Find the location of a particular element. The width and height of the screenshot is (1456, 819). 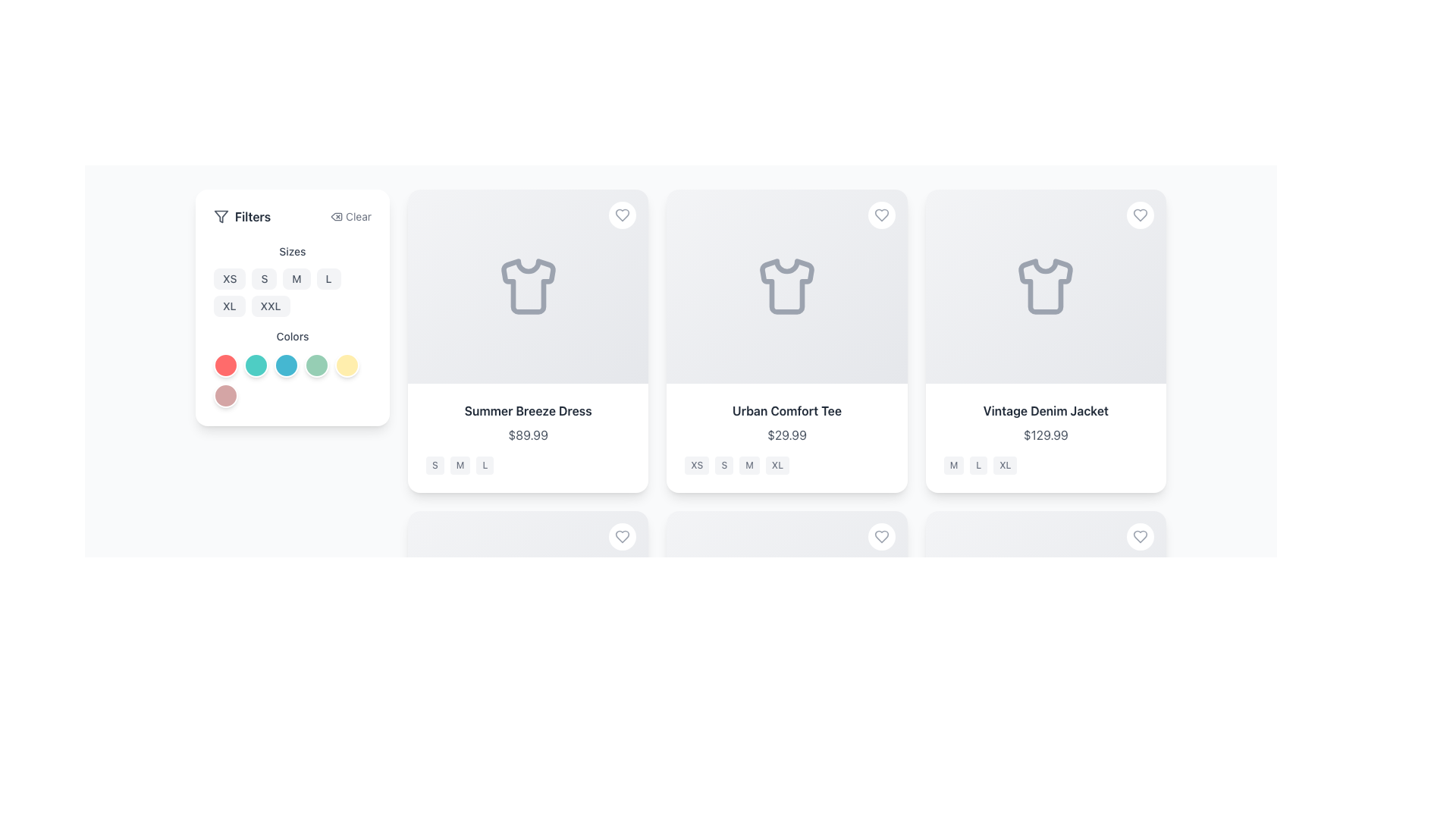

the category label that provides context for the size options, located in the filtering section on the left side of the interface is located at coordinates (292, 250).